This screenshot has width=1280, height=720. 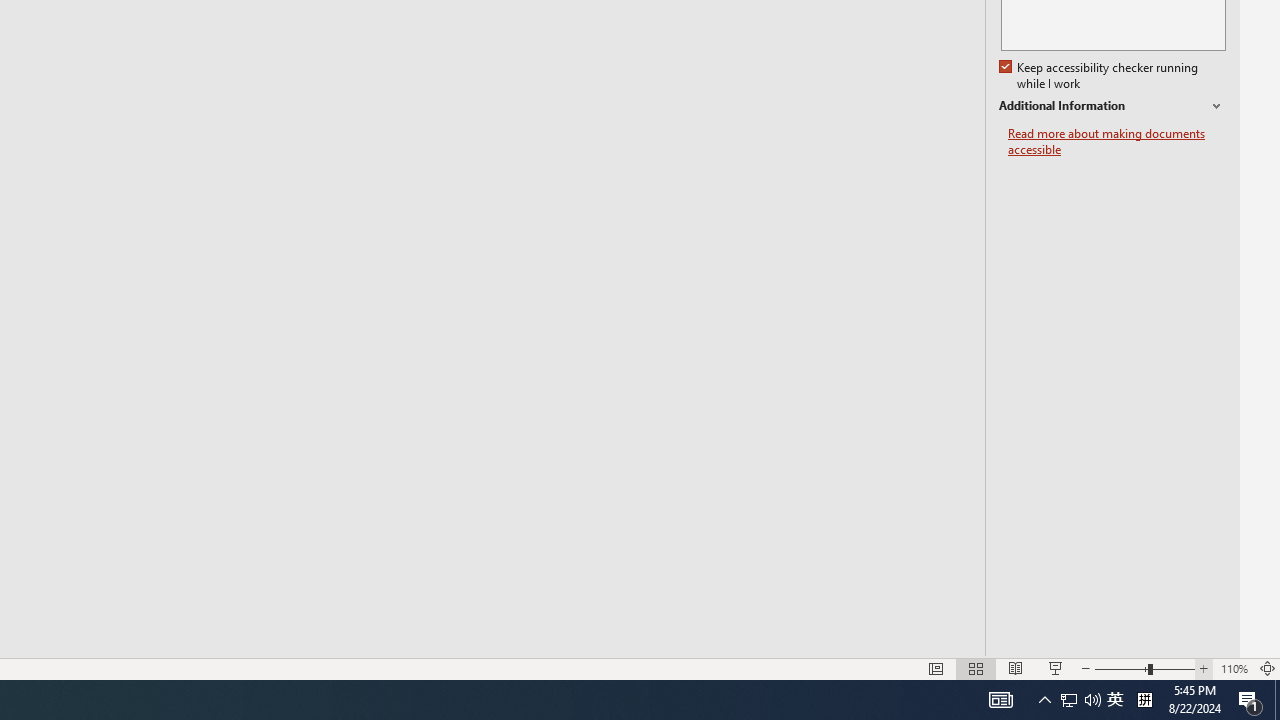 I want to click on 'Additional Information', so click(x=1111, y=106).